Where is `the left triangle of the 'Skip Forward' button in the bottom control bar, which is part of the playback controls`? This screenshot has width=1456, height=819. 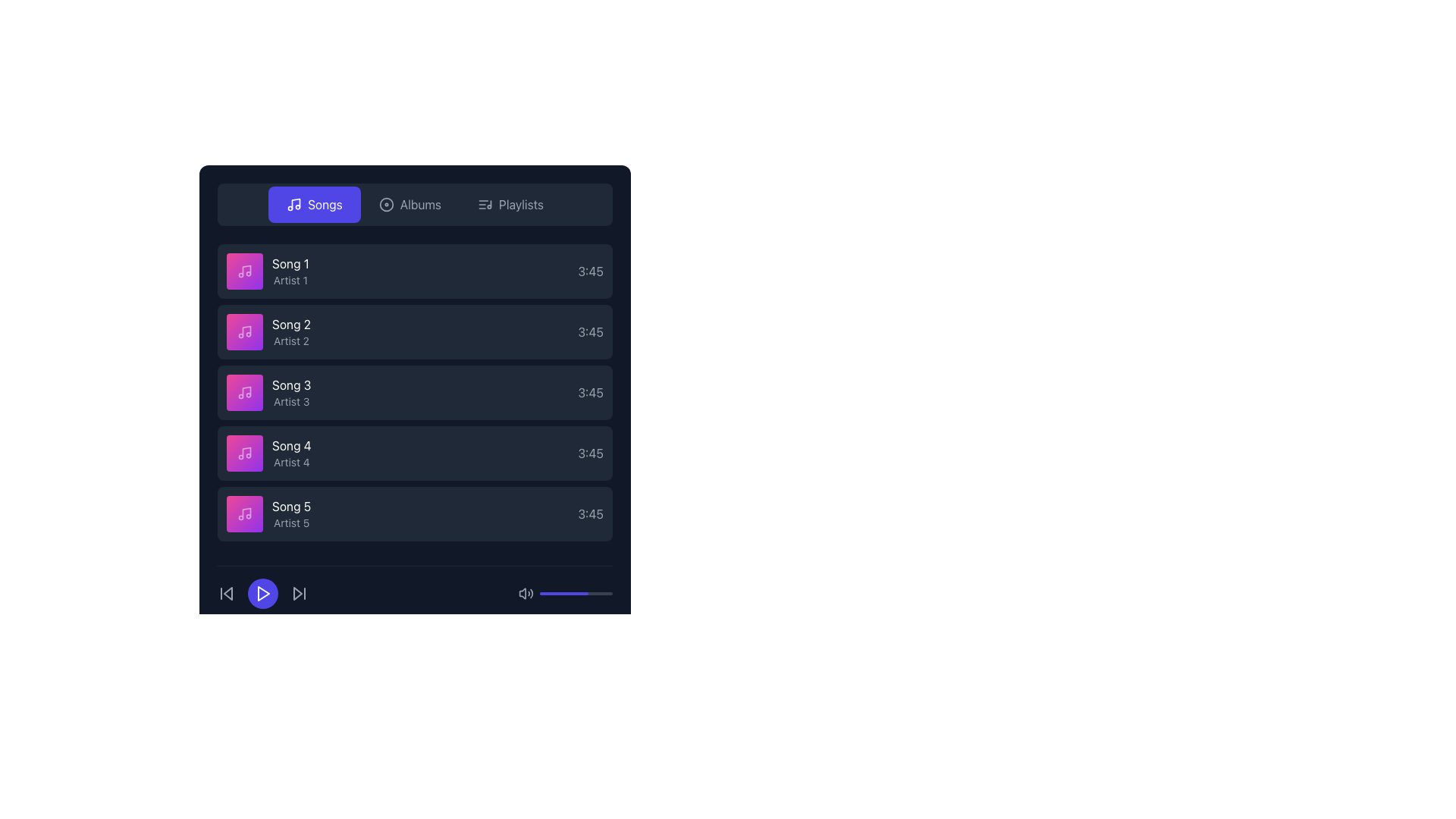 the left triangle of the 'Skip Forward' button in the bottom control bar, which is part of the playback controls is located at coordinates (298, 593).